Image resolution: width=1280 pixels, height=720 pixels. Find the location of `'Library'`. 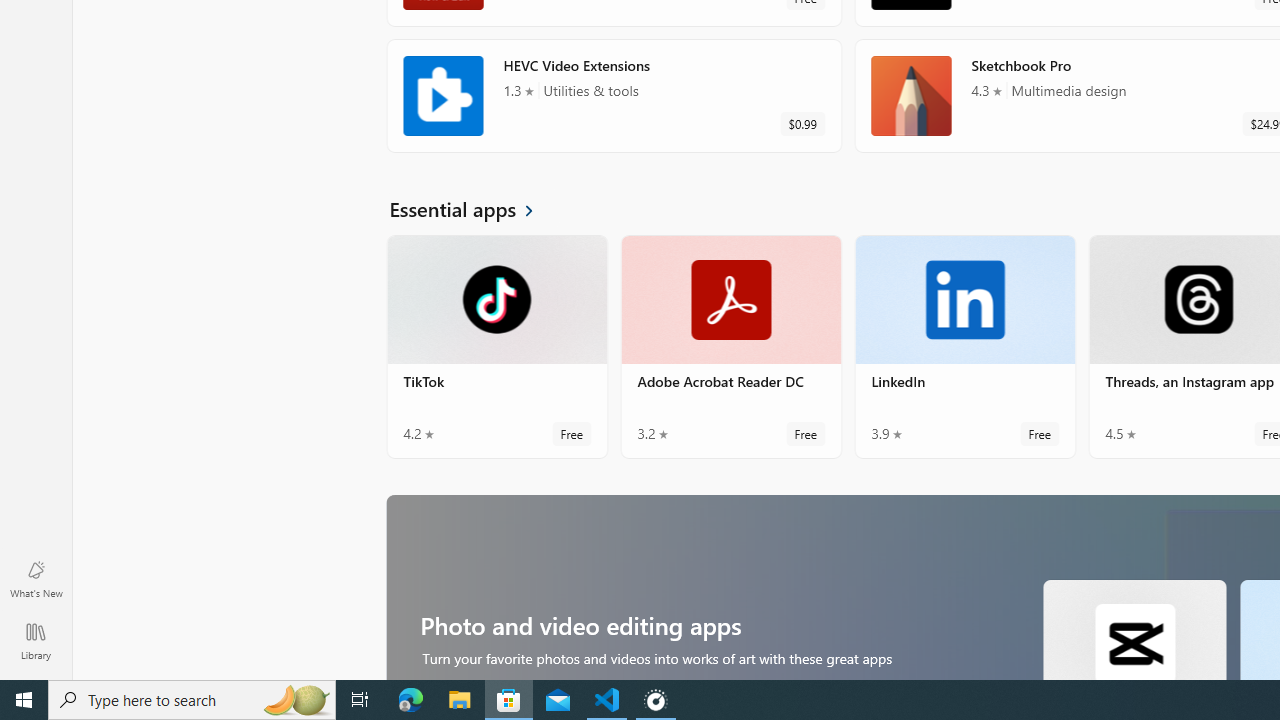

'Library' is located at coordinates (35, 640).